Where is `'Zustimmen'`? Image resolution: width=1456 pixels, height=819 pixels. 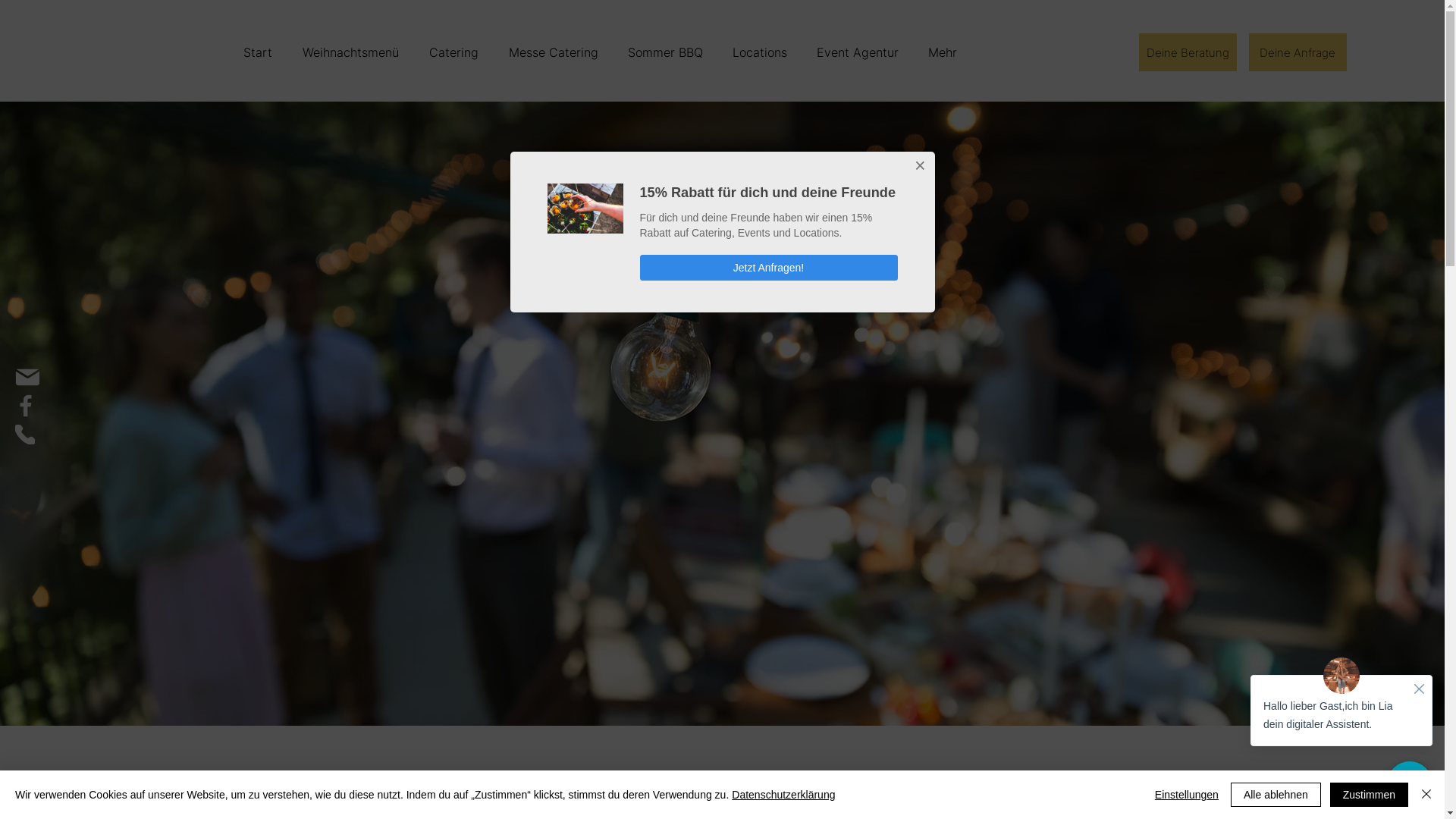 'Zustimmen' is located at coordinates (1369, 794).